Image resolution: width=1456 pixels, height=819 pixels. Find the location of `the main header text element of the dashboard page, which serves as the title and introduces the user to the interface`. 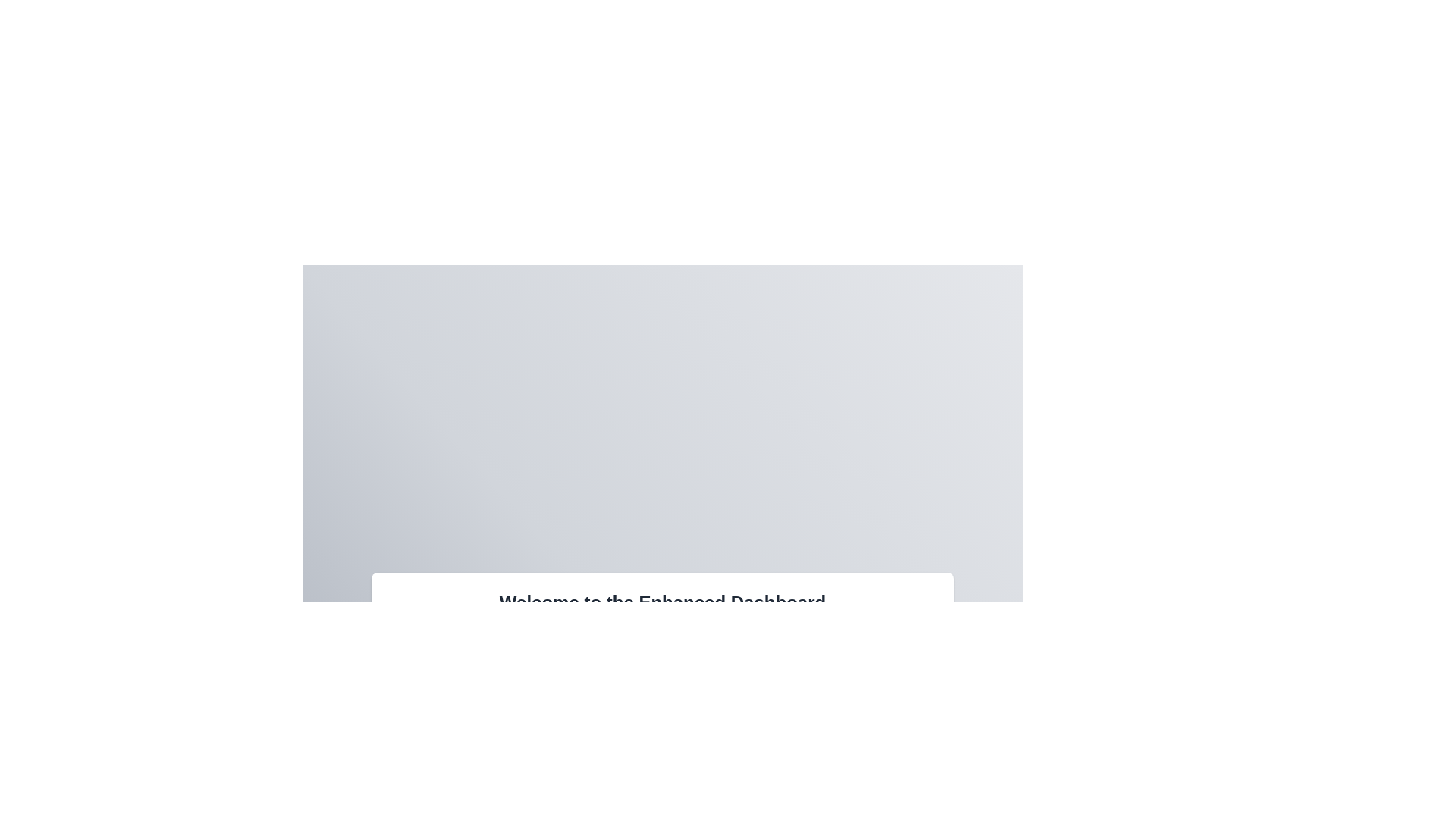

the main header text element of the dashboard page, which serves as the title and introduces the user to the interface is located at coordinates (662, 601).